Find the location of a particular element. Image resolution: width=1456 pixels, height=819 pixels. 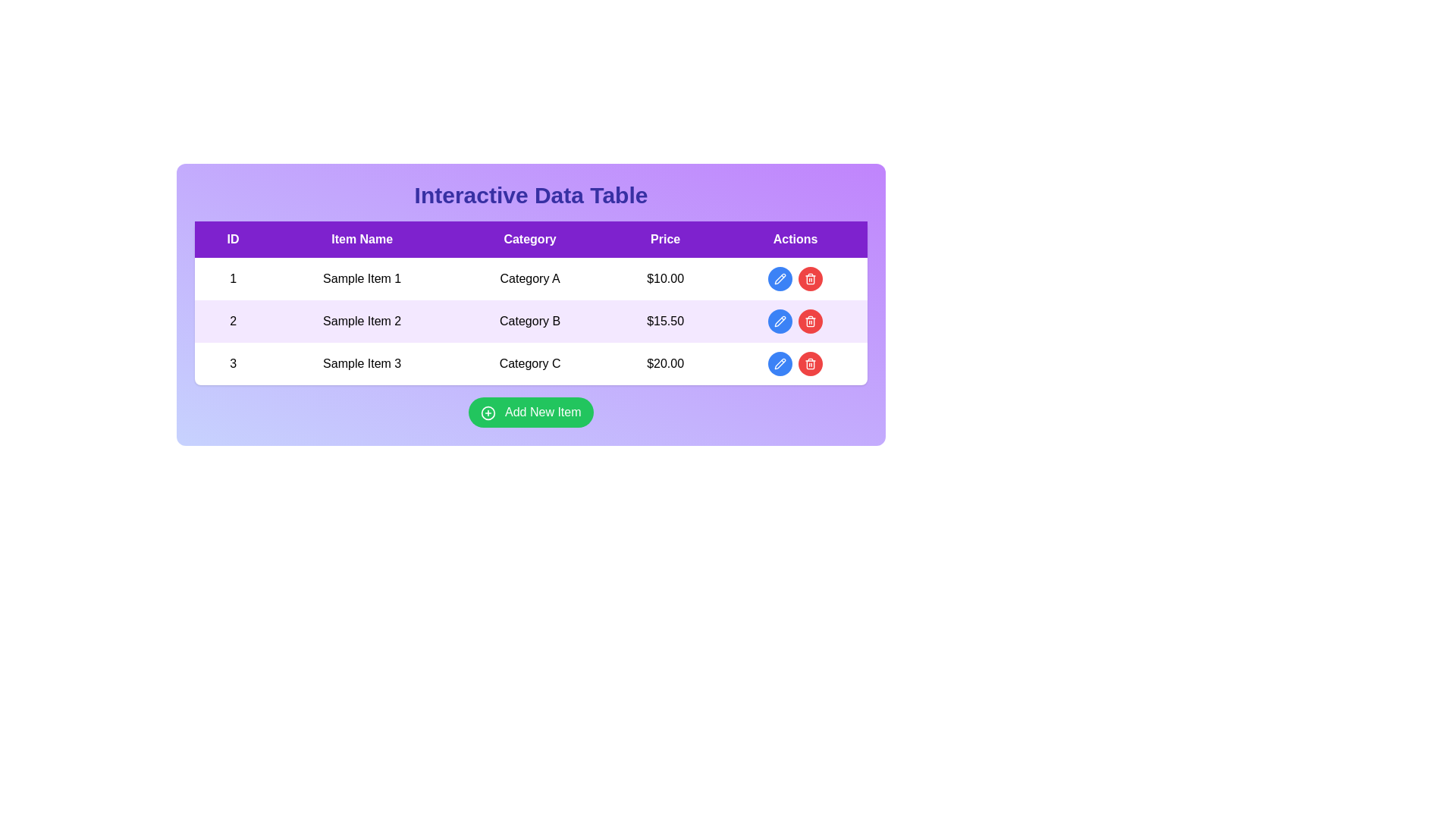

the price table cell located in the fourth column of the second row, which is under the header 'Price' is located at coordinates (665, 321).